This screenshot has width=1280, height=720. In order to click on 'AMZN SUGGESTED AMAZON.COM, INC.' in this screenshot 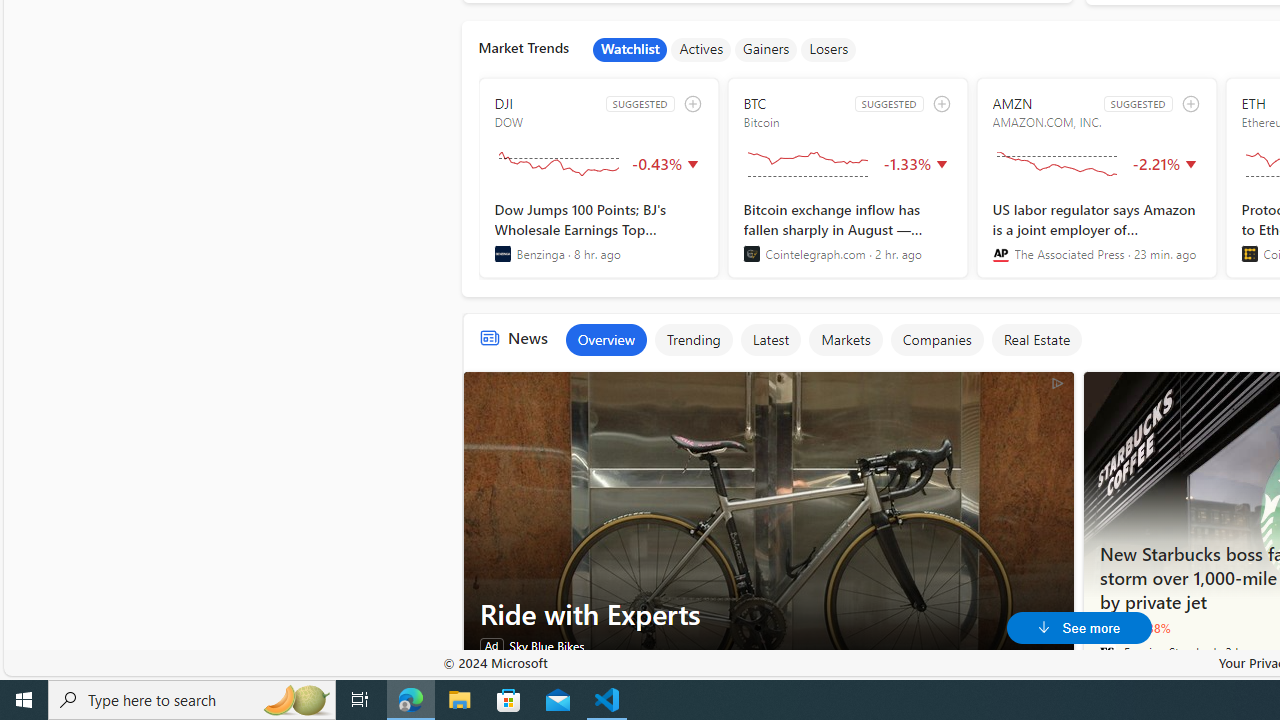, I will do `click(1095, 177)`.